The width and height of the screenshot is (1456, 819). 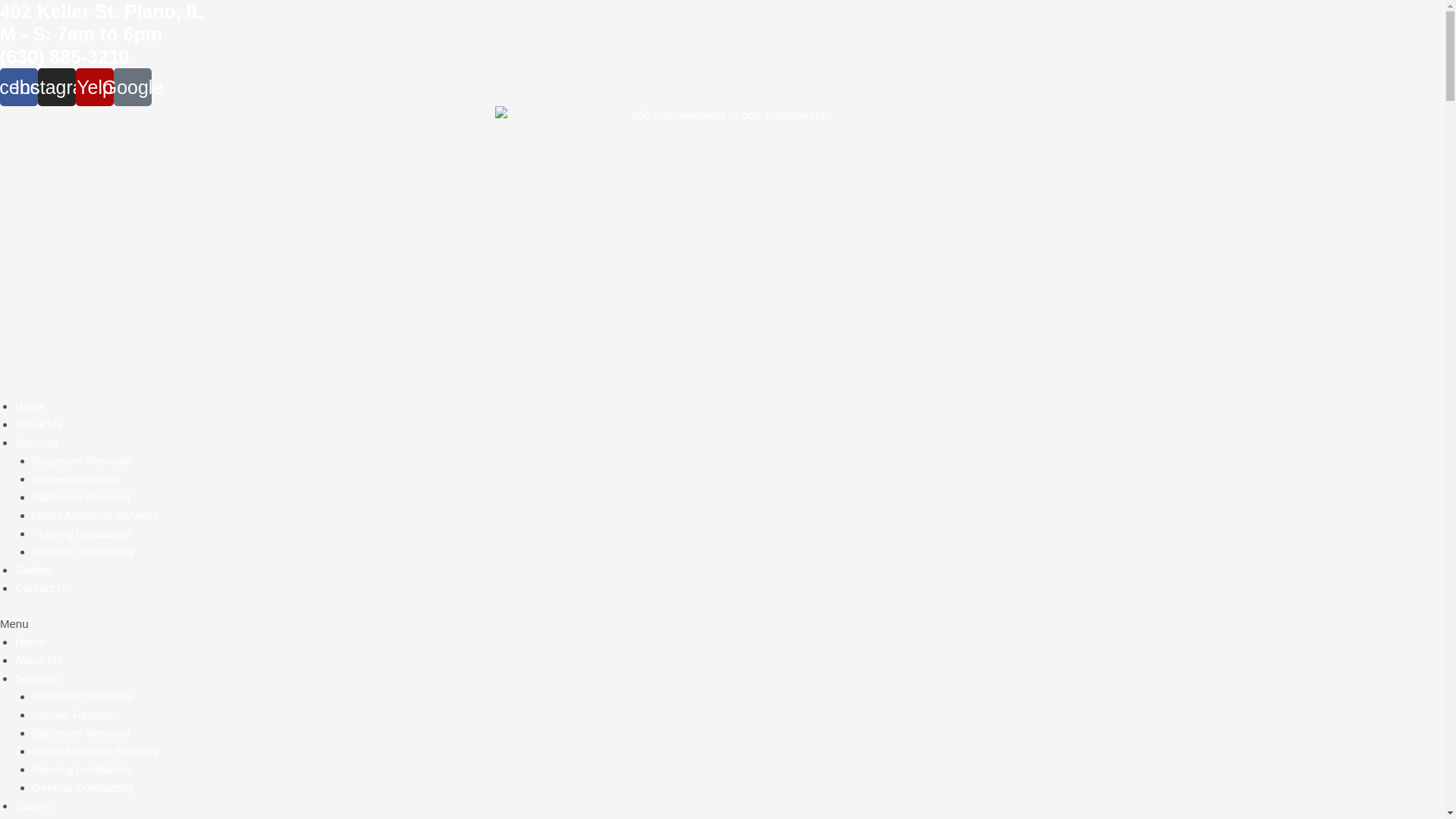 What do you see at coordinates (18, 87) in the screenshot?
I see `'Facebook'` at bounding box center [18, 87].